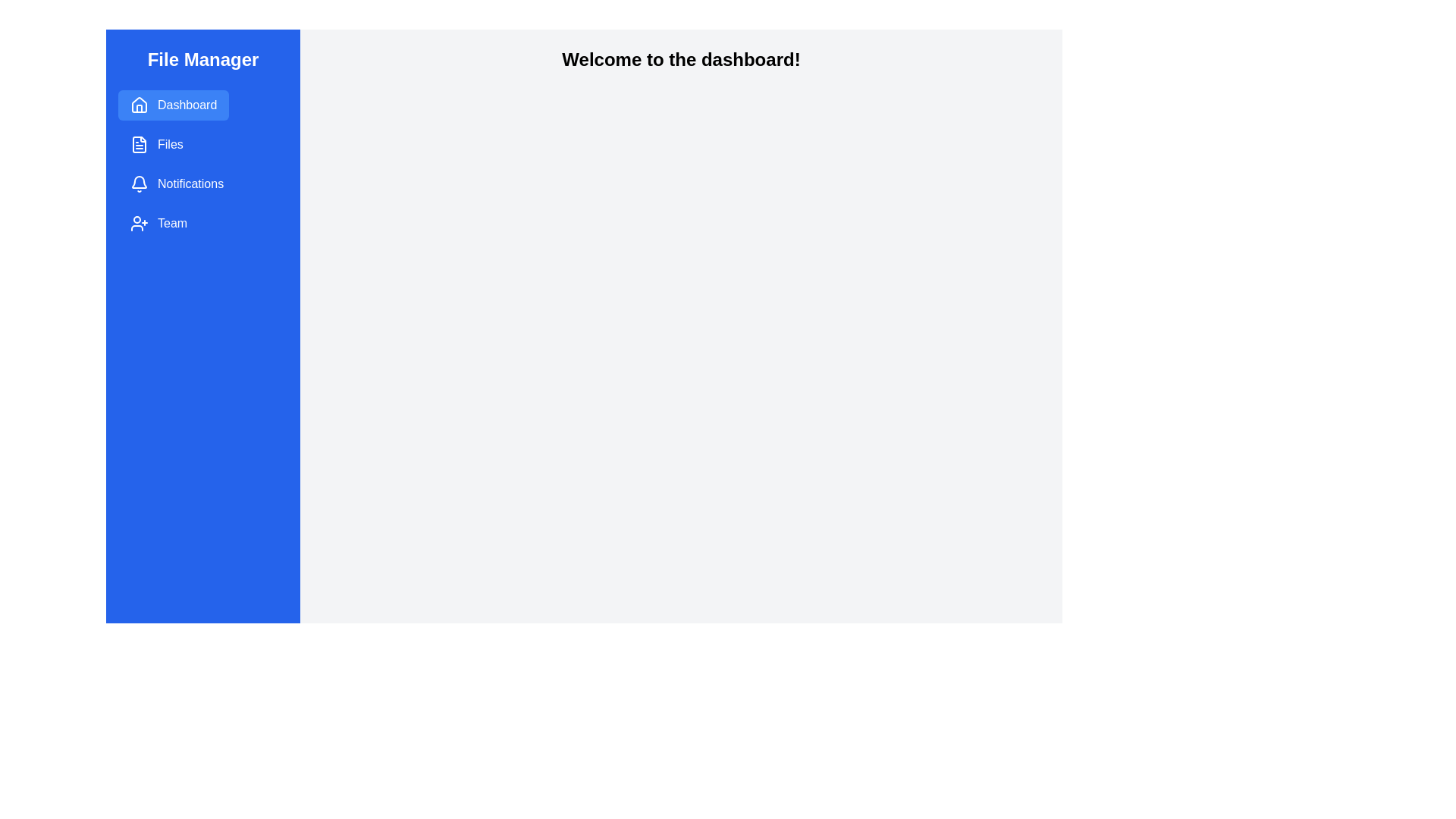  What do you see at coordinates (139, 181) in the screenshot?
I see `the bell-shaped notification icon located in the left-hand navigation bar` at bounding box center [139, 181].